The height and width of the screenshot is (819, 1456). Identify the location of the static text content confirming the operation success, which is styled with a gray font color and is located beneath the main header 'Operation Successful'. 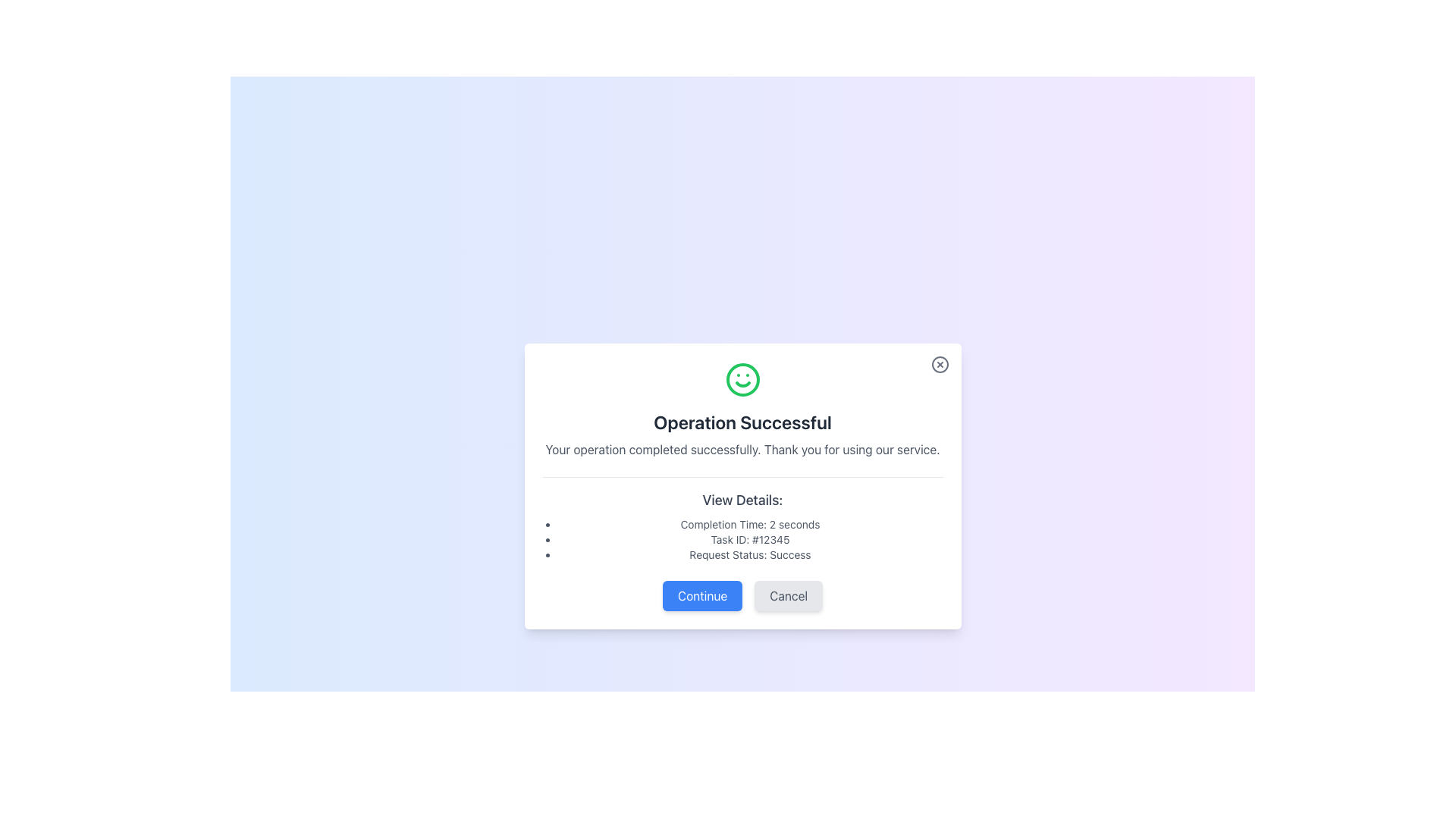
(742, 448).